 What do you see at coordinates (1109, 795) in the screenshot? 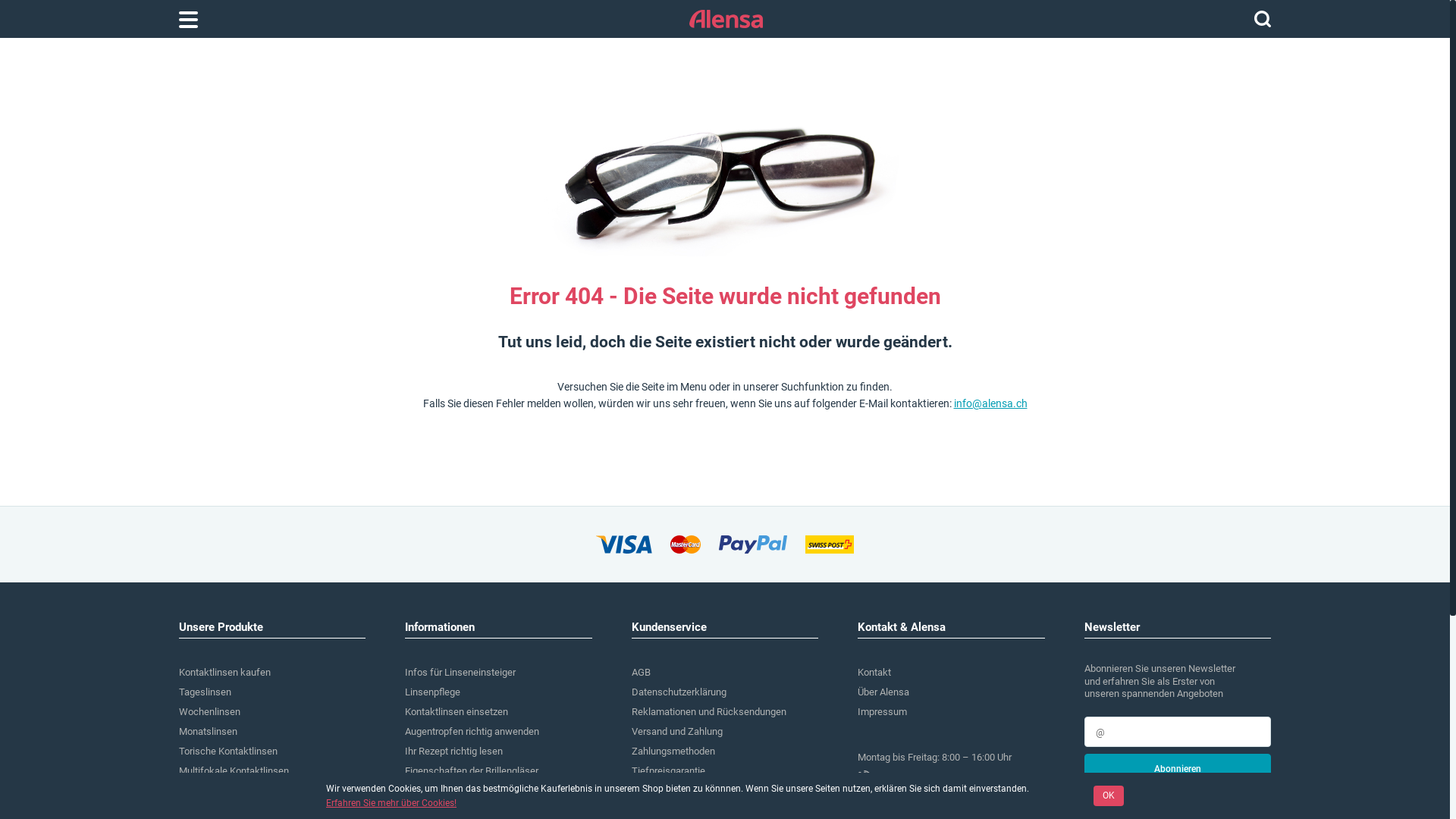
I see `'OK'` at bounding box center [1109, 795].